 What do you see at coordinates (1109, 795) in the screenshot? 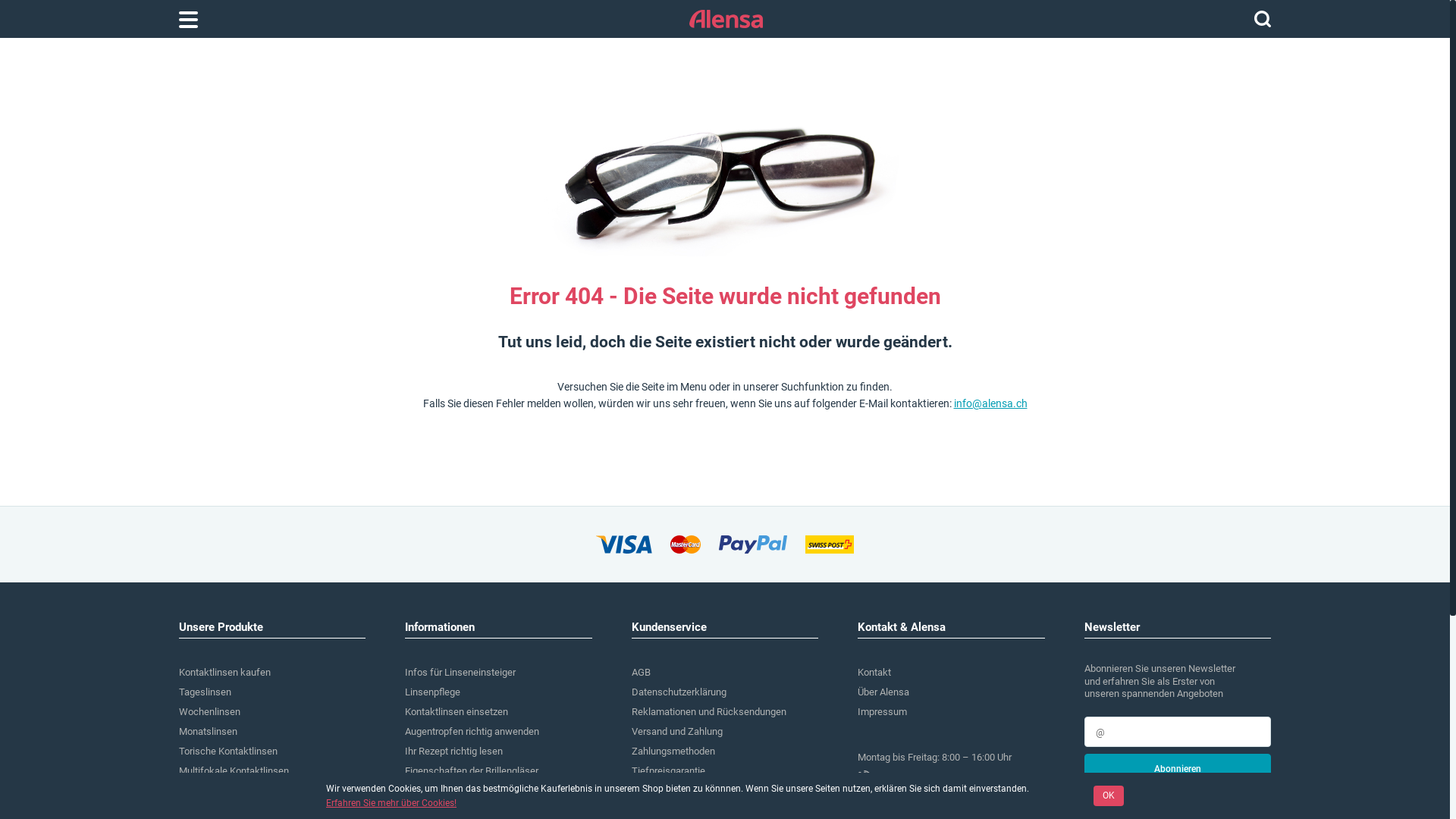
I see `'OK'` at bounding box center [1109, 795].